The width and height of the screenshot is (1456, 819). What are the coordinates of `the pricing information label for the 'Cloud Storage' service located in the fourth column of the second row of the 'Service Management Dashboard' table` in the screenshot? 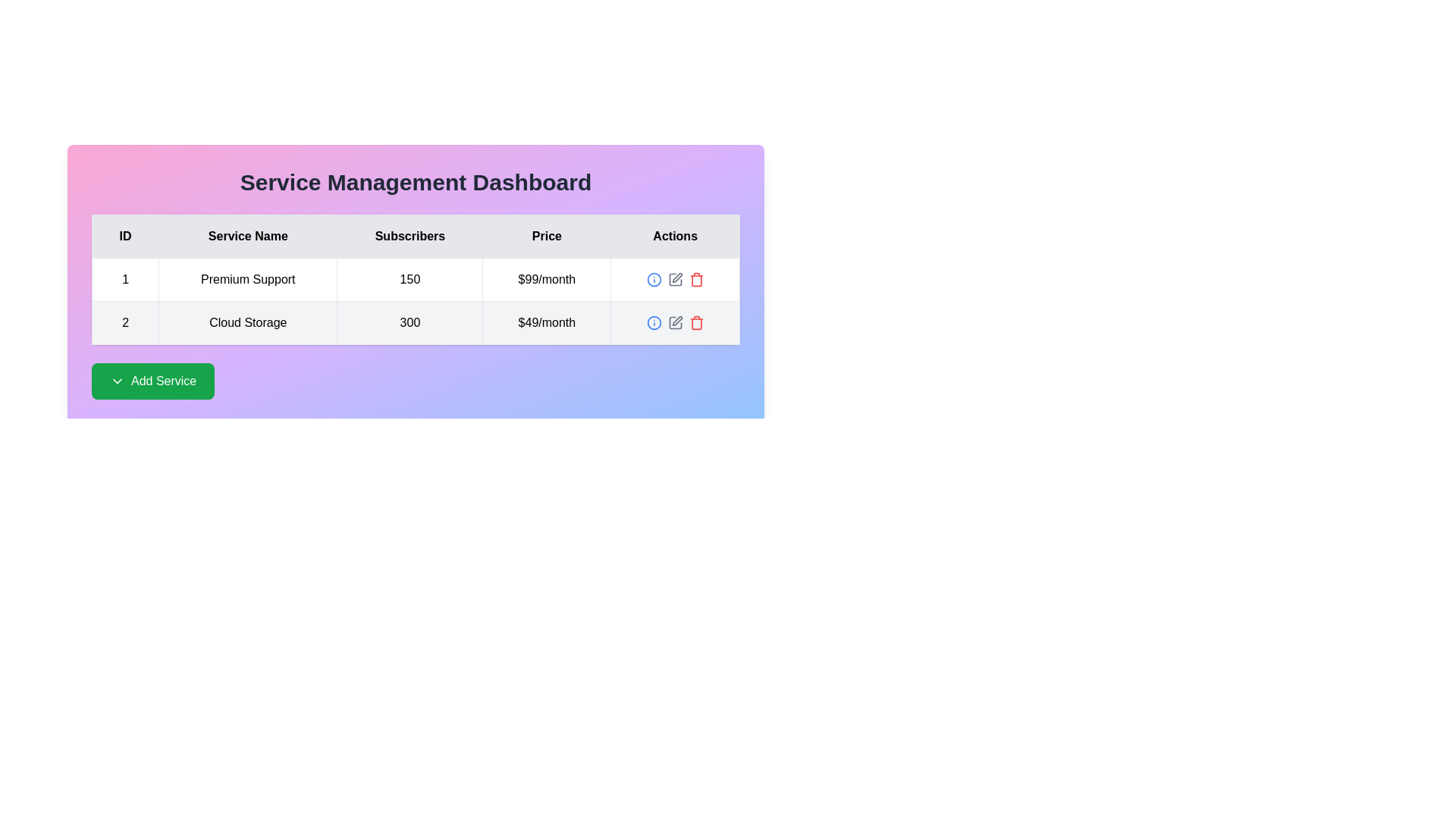 It's located at (546, 322).